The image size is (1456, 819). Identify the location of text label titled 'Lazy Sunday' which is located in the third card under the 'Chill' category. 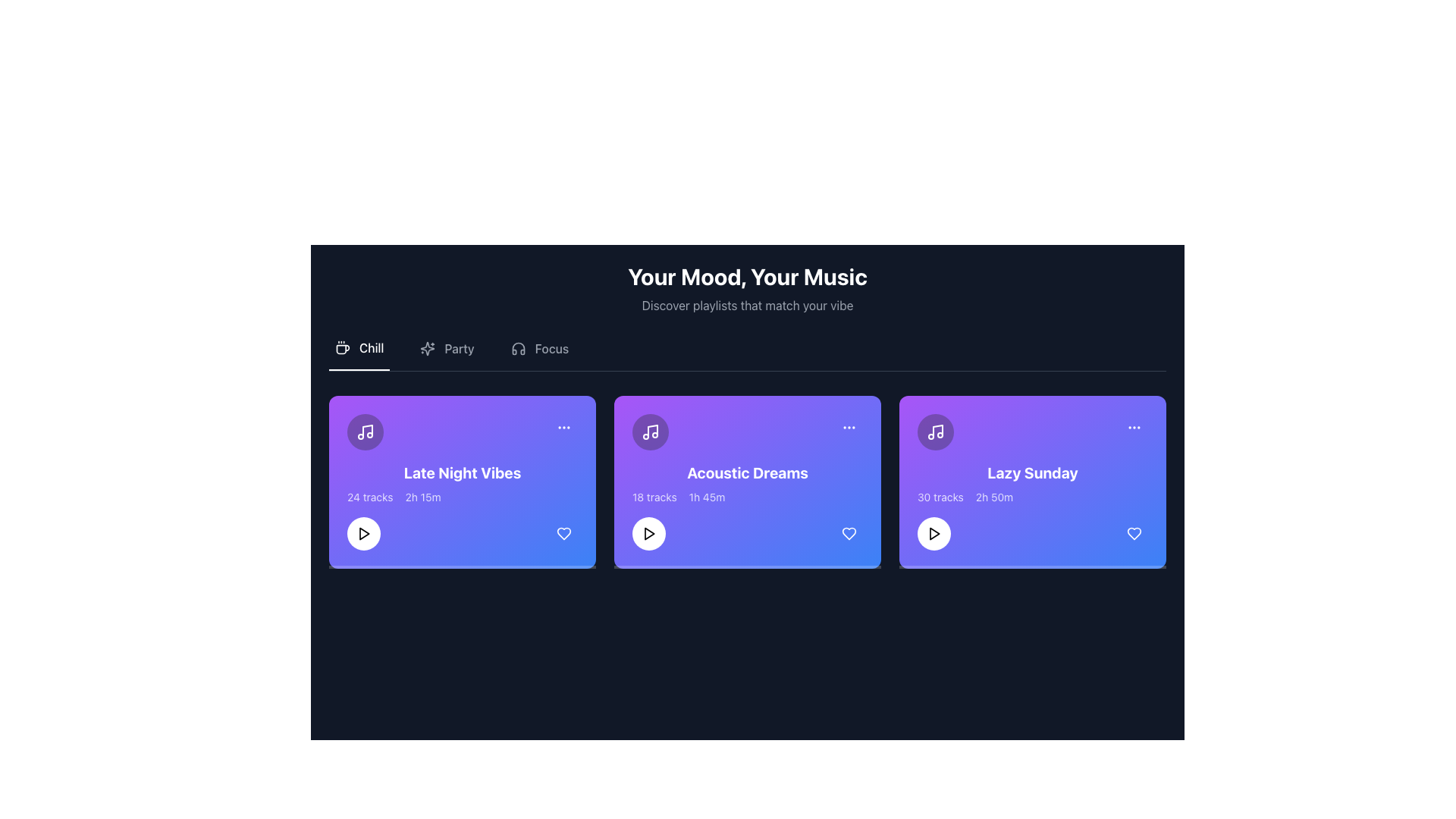
(1032, 472).